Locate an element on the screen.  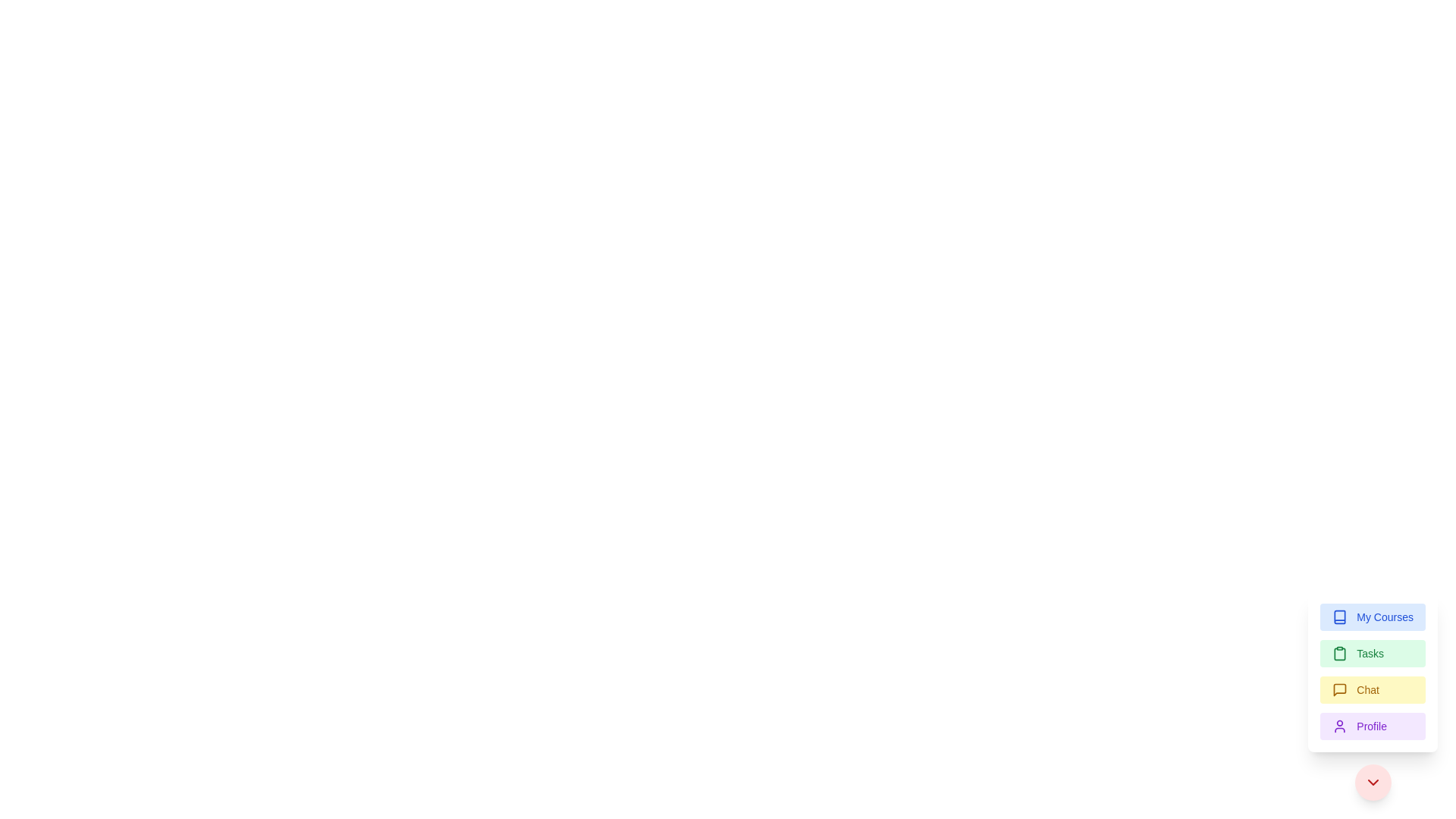
the user icon located to the left of the 'Profile' text in the Profile button at the bottom of the menu is located at coordinates (1340, 725).